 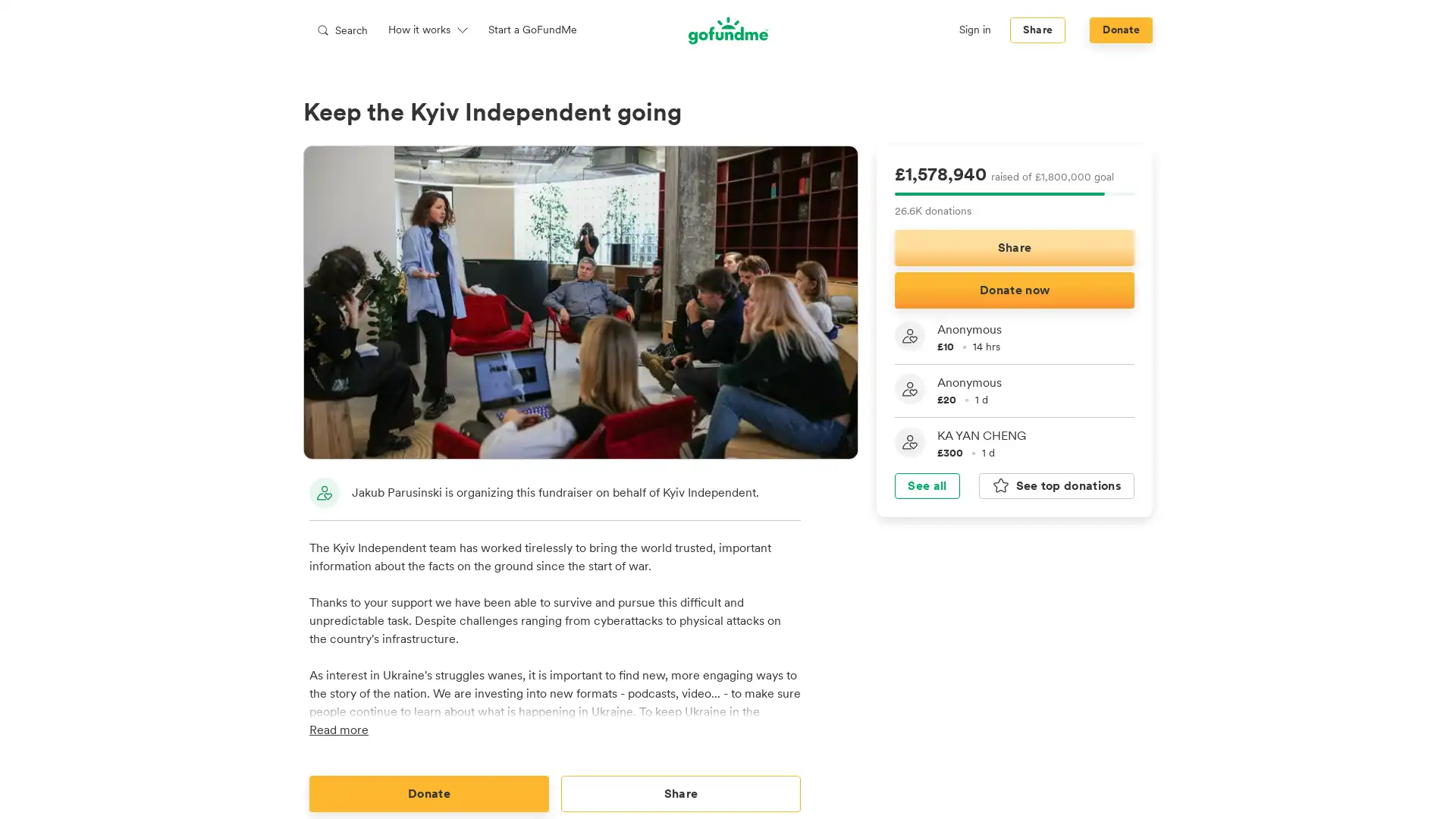 What do you see at coordinates (341, 30) in the screenshot?
I see `Search` at bounding box center [341, 30].